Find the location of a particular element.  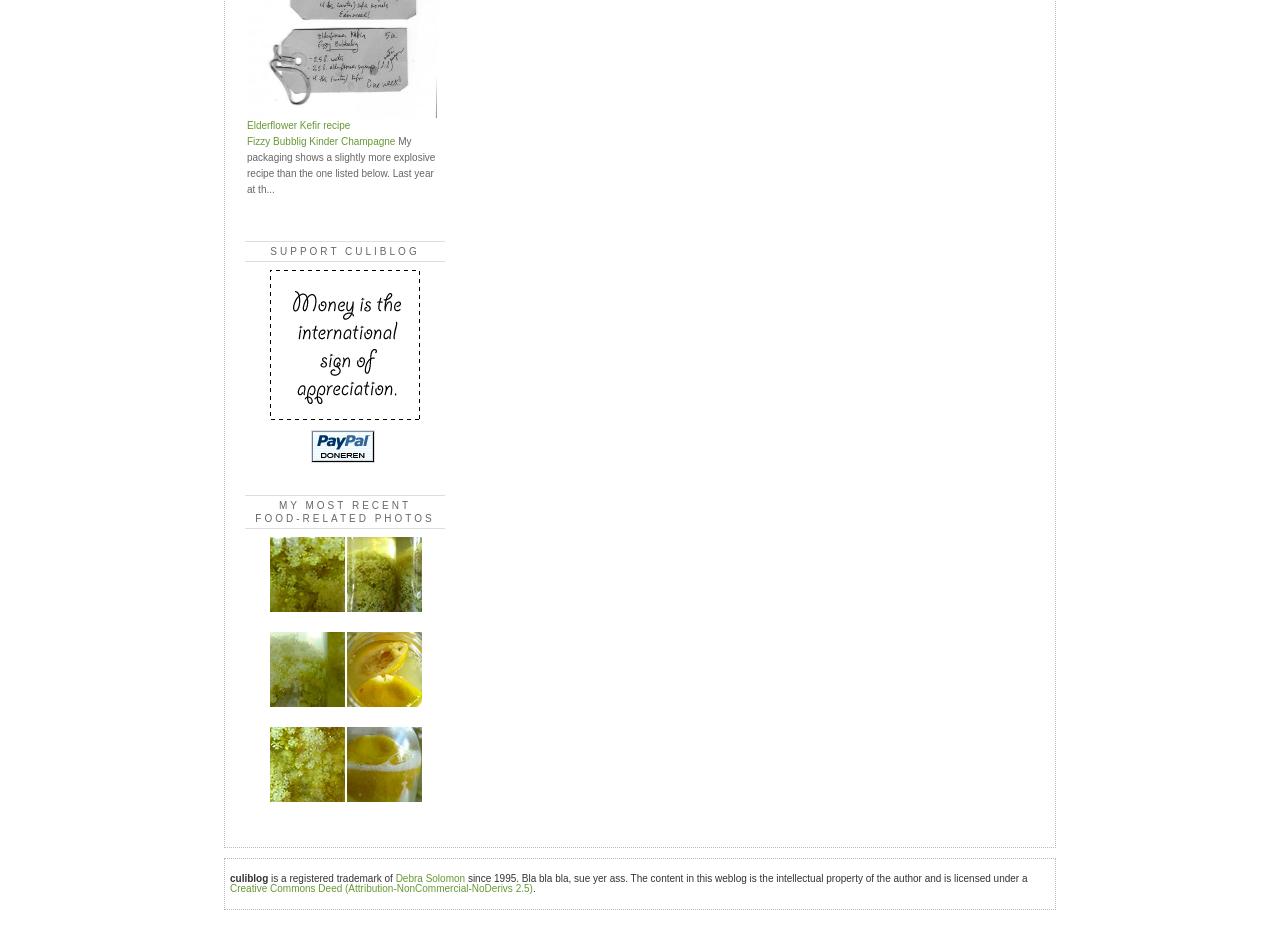

'Fizzy Bubblig Kinder Champagne' is located at coordinates (322, 140).